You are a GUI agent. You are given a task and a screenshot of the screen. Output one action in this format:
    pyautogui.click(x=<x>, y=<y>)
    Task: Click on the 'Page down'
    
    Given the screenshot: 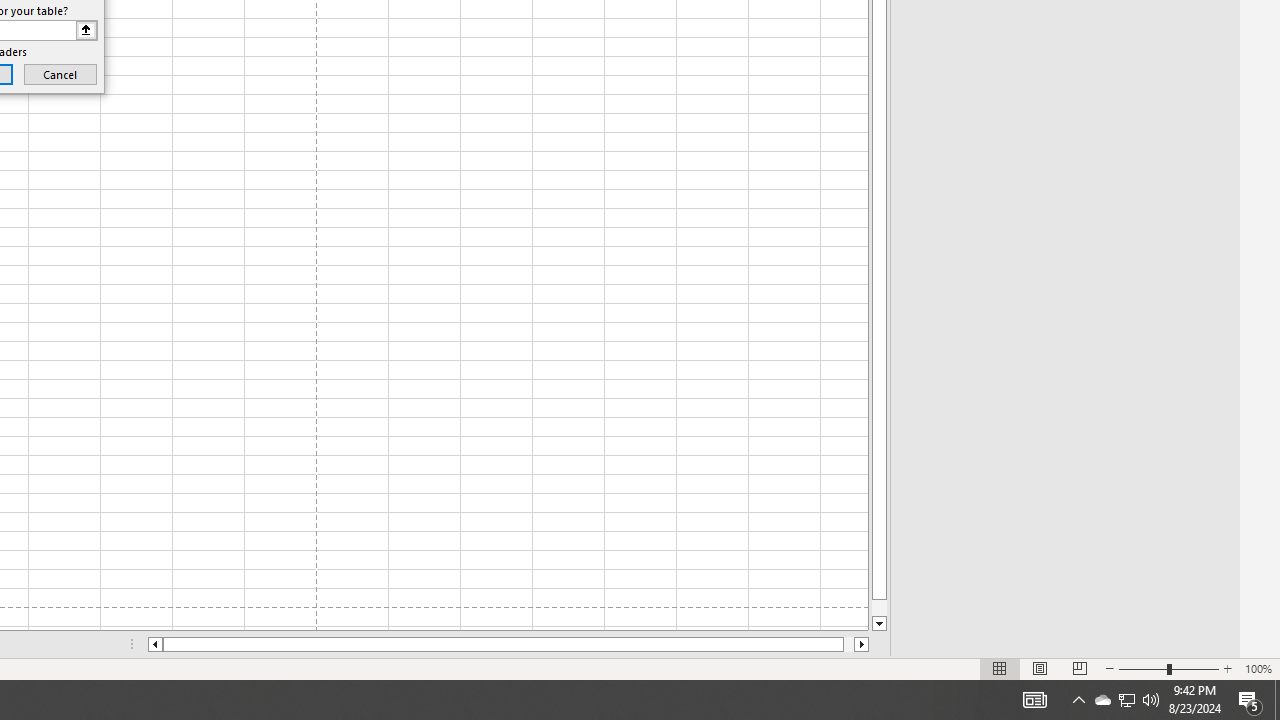 What is the action you would take?
    pyautogui.click(x=879, y=607)
    